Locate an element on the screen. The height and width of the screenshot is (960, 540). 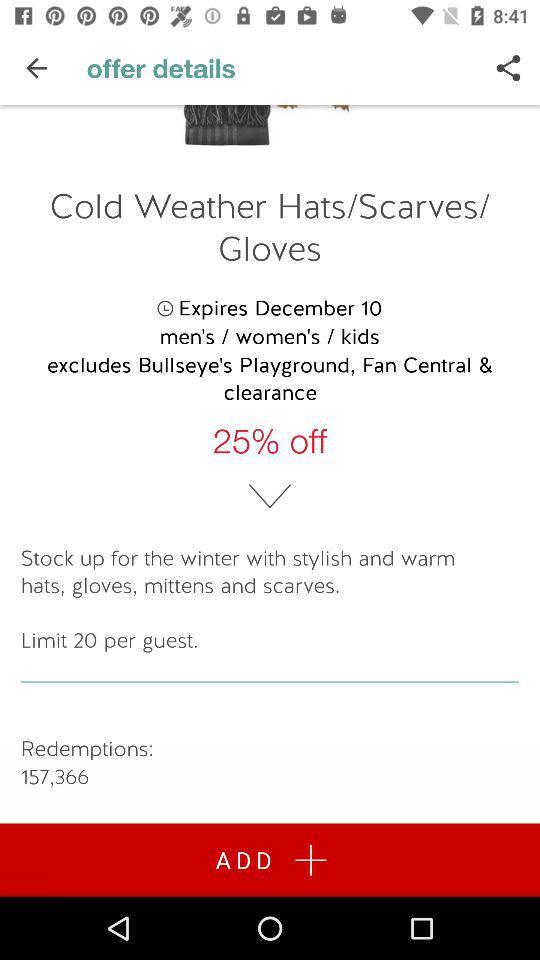
icon to the left of offer details is located at coordinates (36, 68).